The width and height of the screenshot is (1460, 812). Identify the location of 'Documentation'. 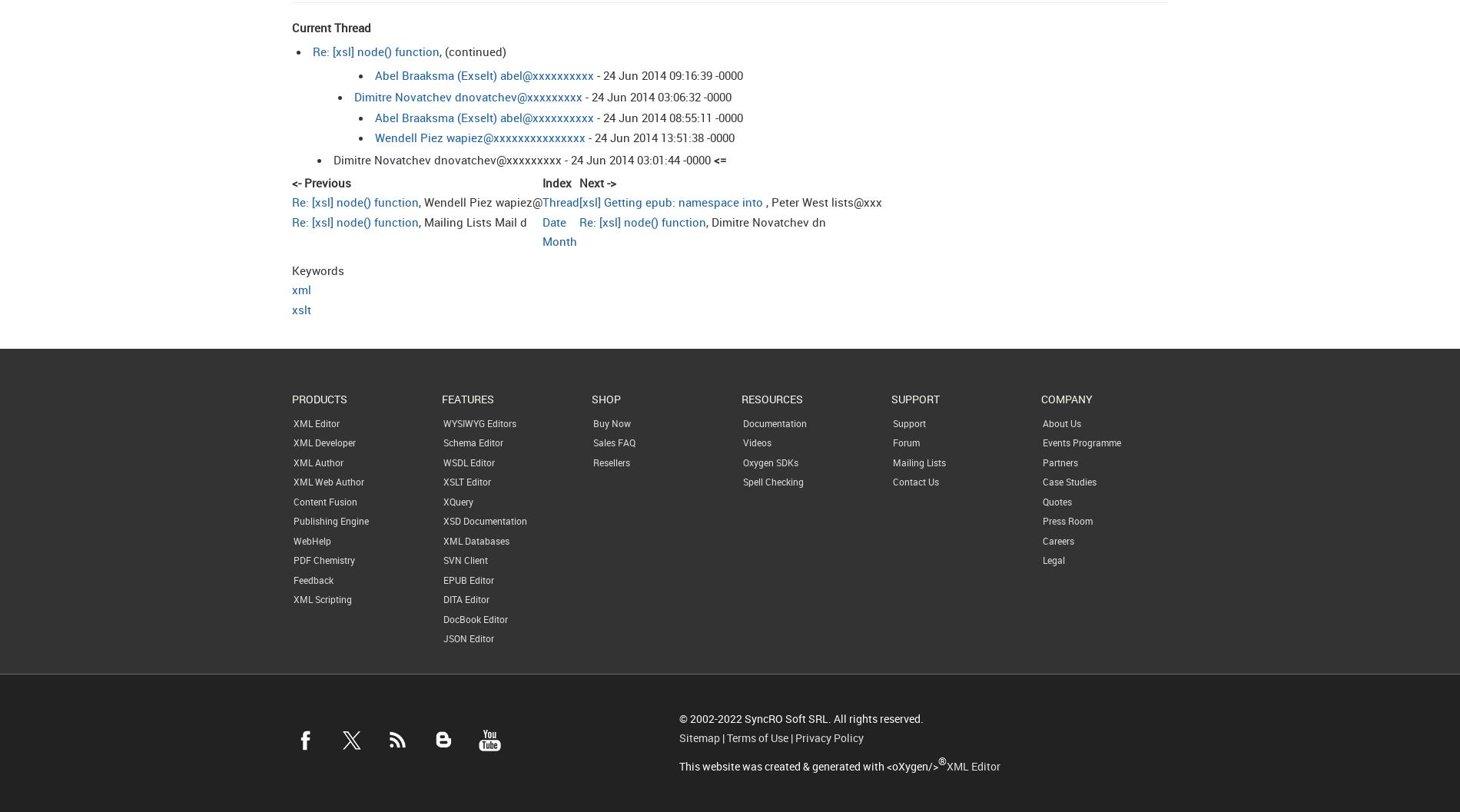
(775, 421).